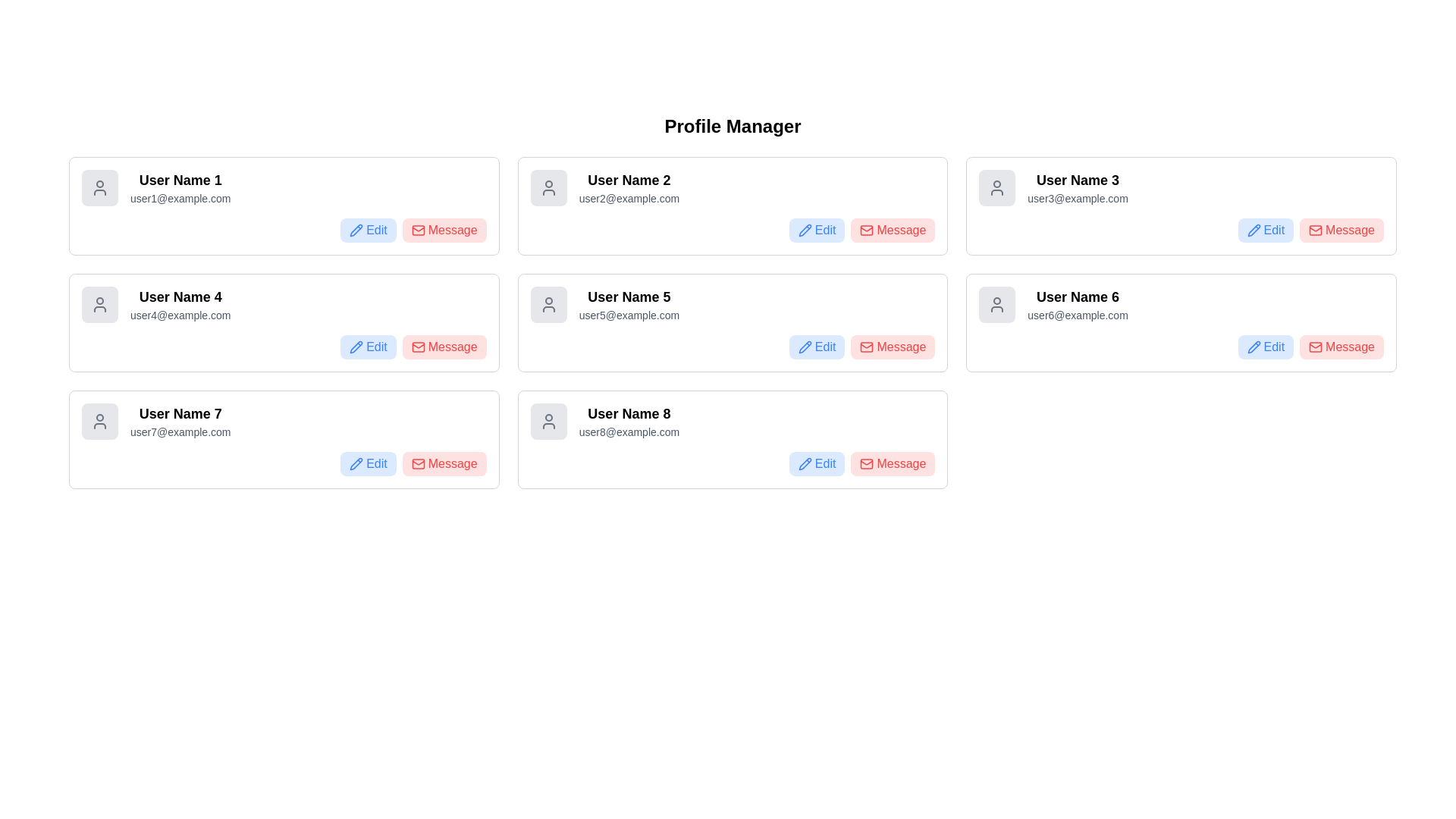 This screenshot has width=1456, height=819. Describe the element at coordinates (548, 304) in the screenshot. I see `the user silhouette icon within the 'User Name 5' card, located in the upper-left corner next to the text label 'User Name 5'` at that location.